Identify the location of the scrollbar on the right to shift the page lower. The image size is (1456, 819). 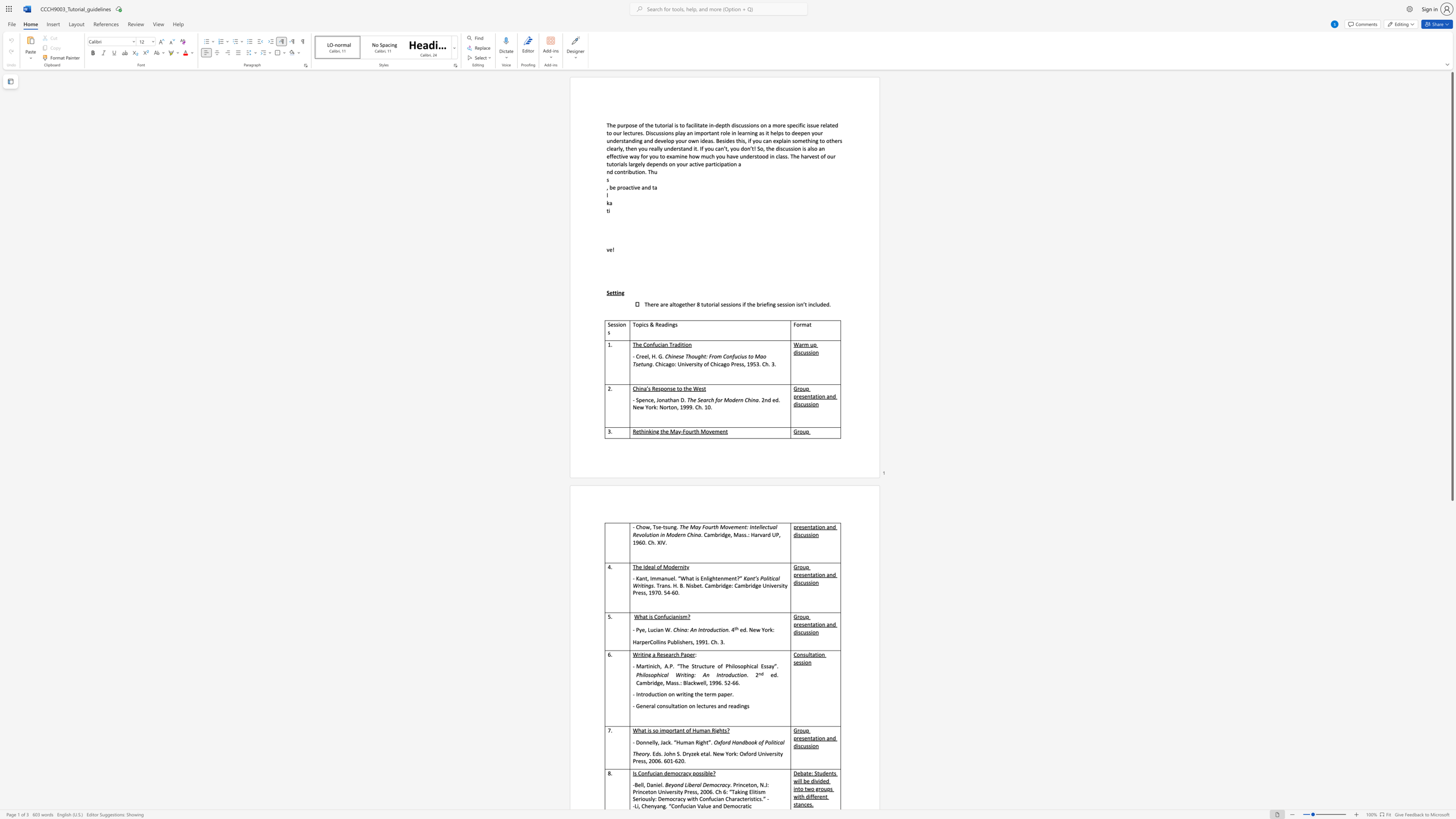
(1451, 739).